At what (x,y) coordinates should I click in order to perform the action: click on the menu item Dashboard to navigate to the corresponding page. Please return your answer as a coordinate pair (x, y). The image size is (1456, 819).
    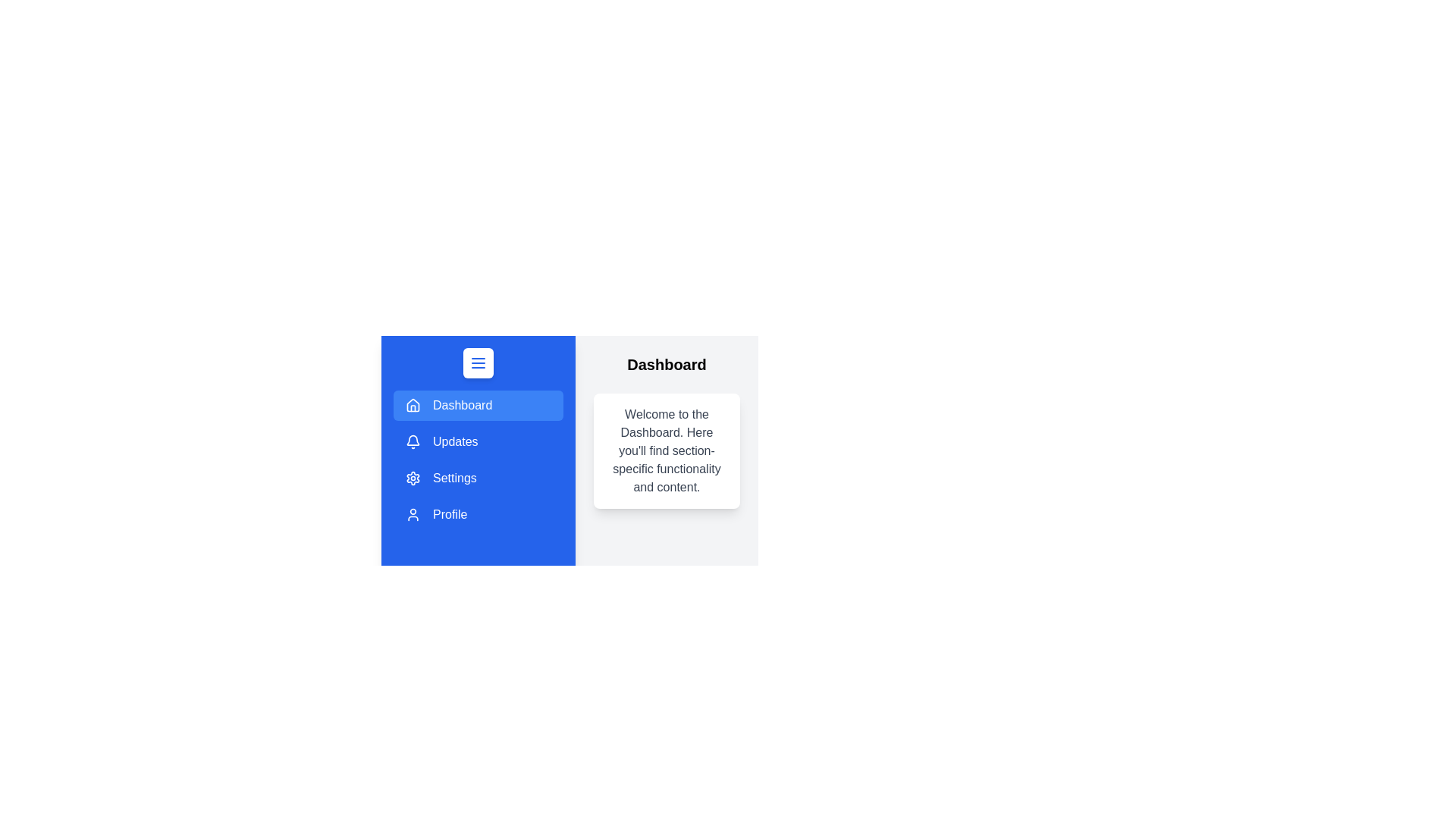
    Looking at the image, I should click on (477, 405).